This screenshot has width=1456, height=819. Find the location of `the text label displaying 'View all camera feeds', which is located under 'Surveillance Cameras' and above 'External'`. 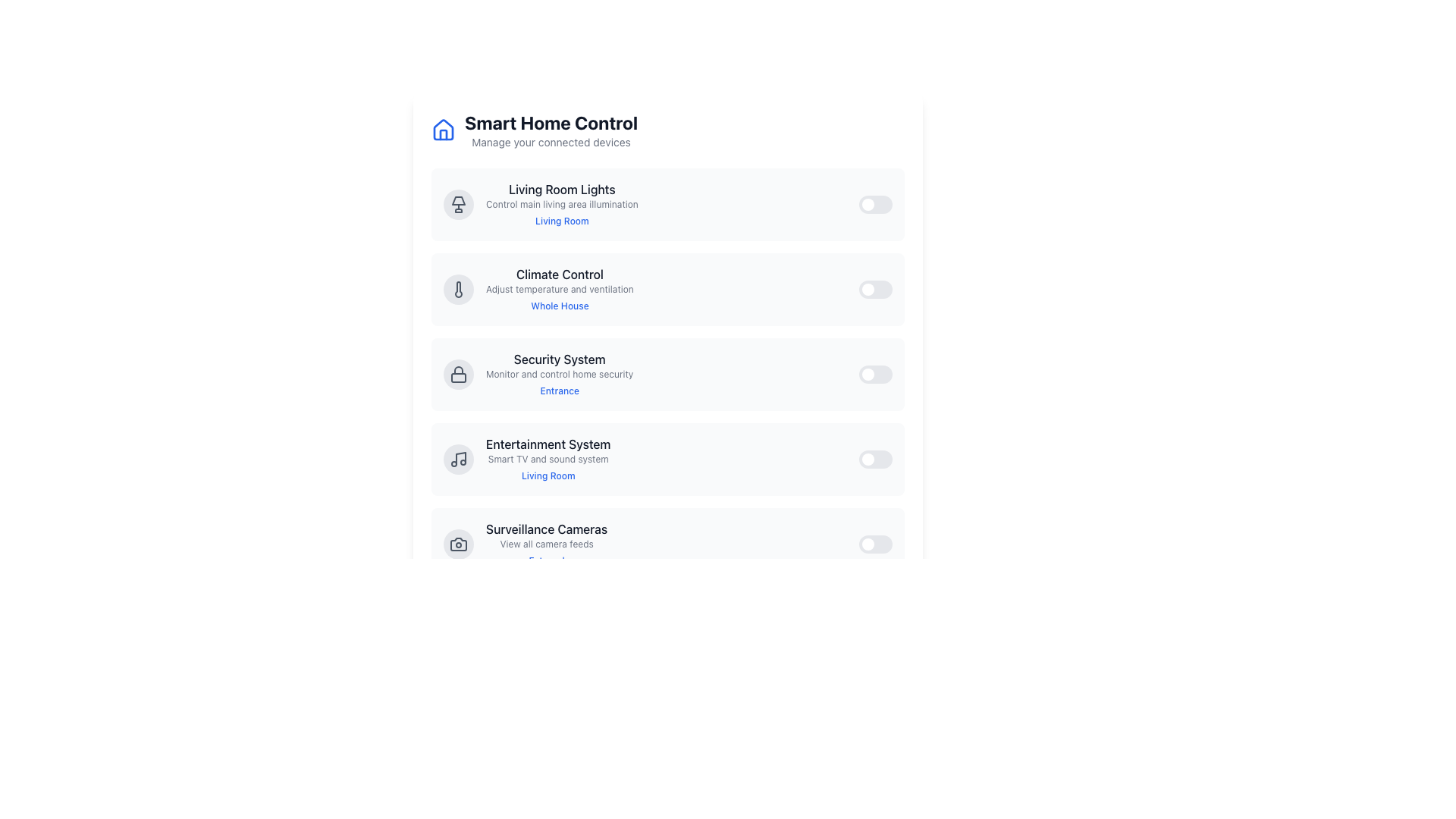

the text label displaying 'View all camera feeds', which is located under 'Surveillance Cameras' and above 'External' is located at coordinates (546, 543).